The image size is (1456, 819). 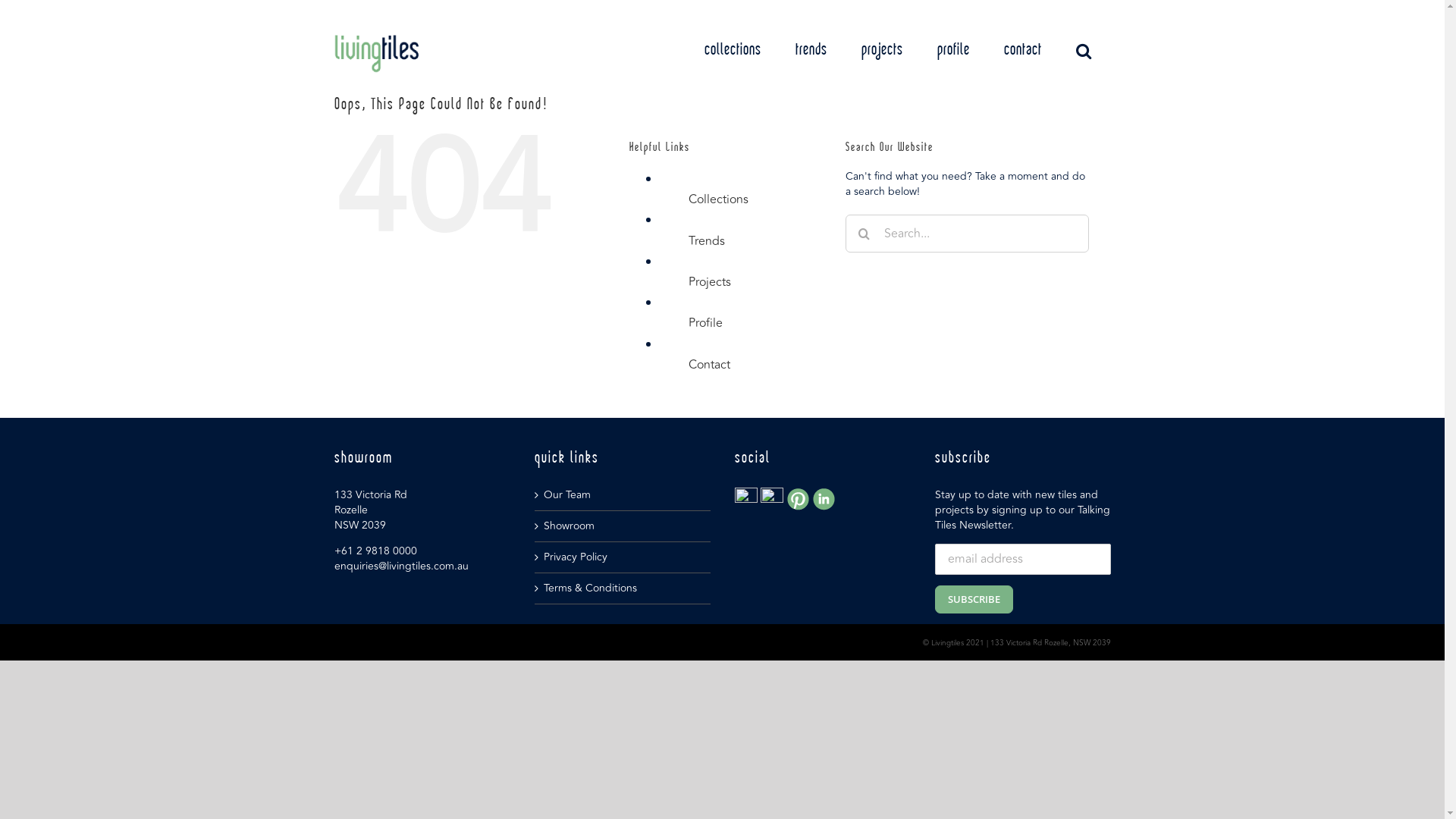 I want to click on '+61 2 9818 0000', so click(x=375, y=551).